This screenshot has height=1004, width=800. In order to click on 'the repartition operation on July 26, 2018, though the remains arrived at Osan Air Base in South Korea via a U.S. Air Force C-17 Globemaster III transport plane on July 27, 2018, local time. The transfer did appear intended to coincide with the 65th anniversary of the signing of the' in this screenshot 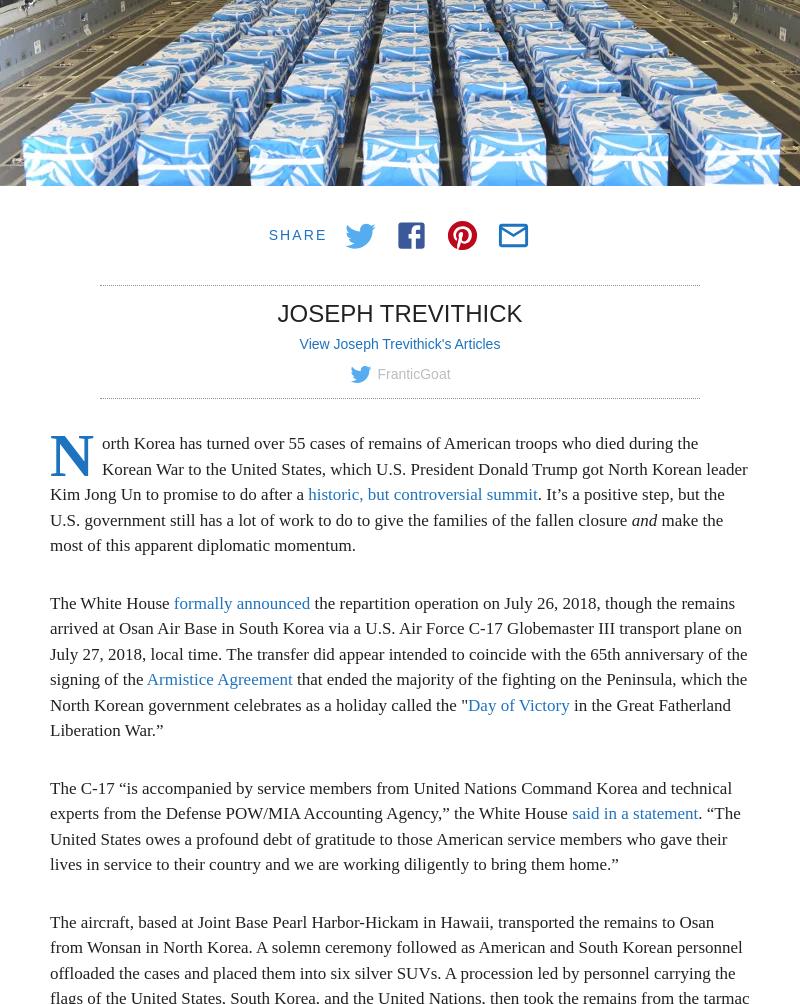, I will do `click(397, 639)`.